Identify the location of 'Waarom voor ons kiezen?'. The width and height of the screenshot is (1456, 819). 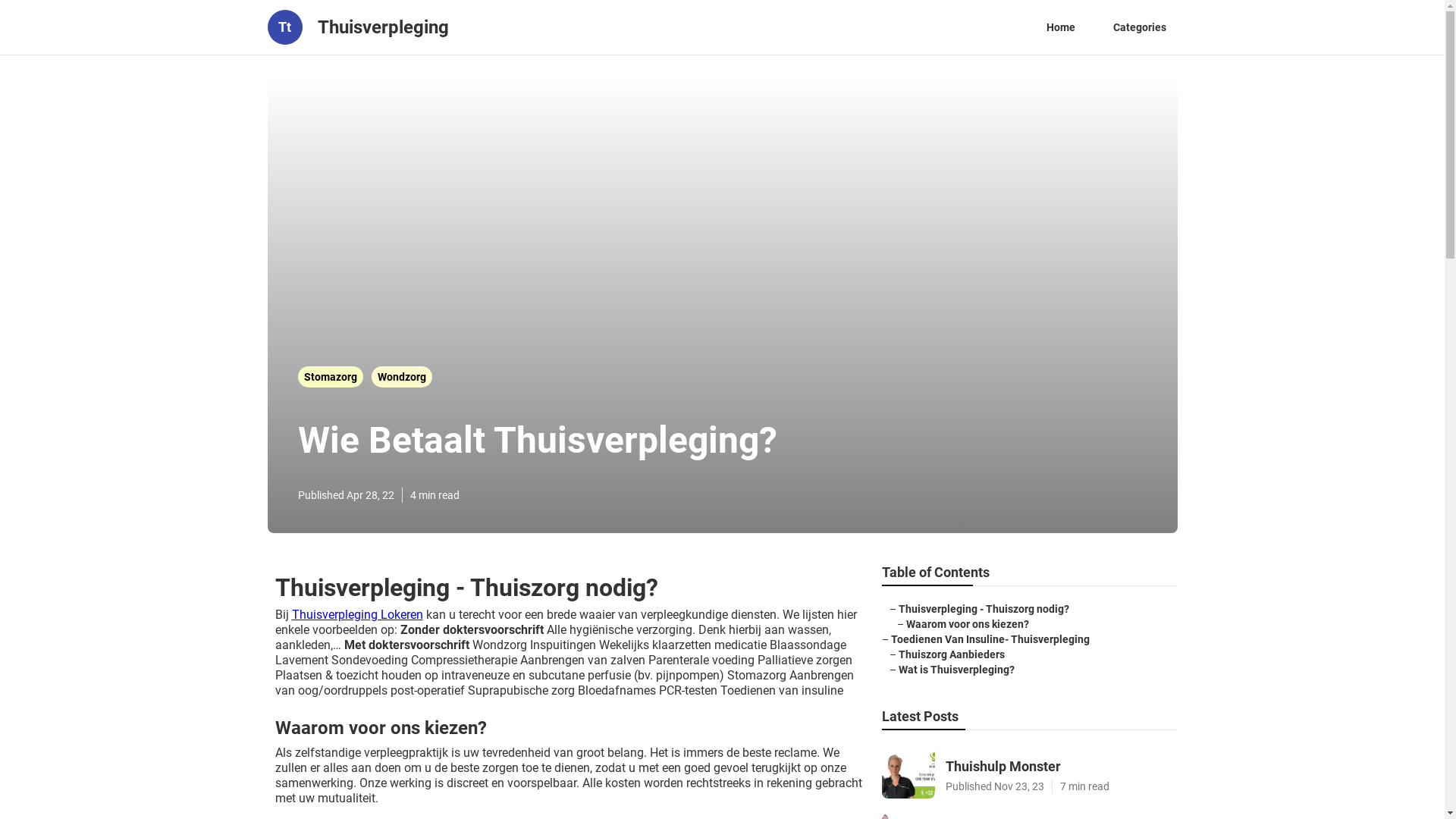
(905, 623).